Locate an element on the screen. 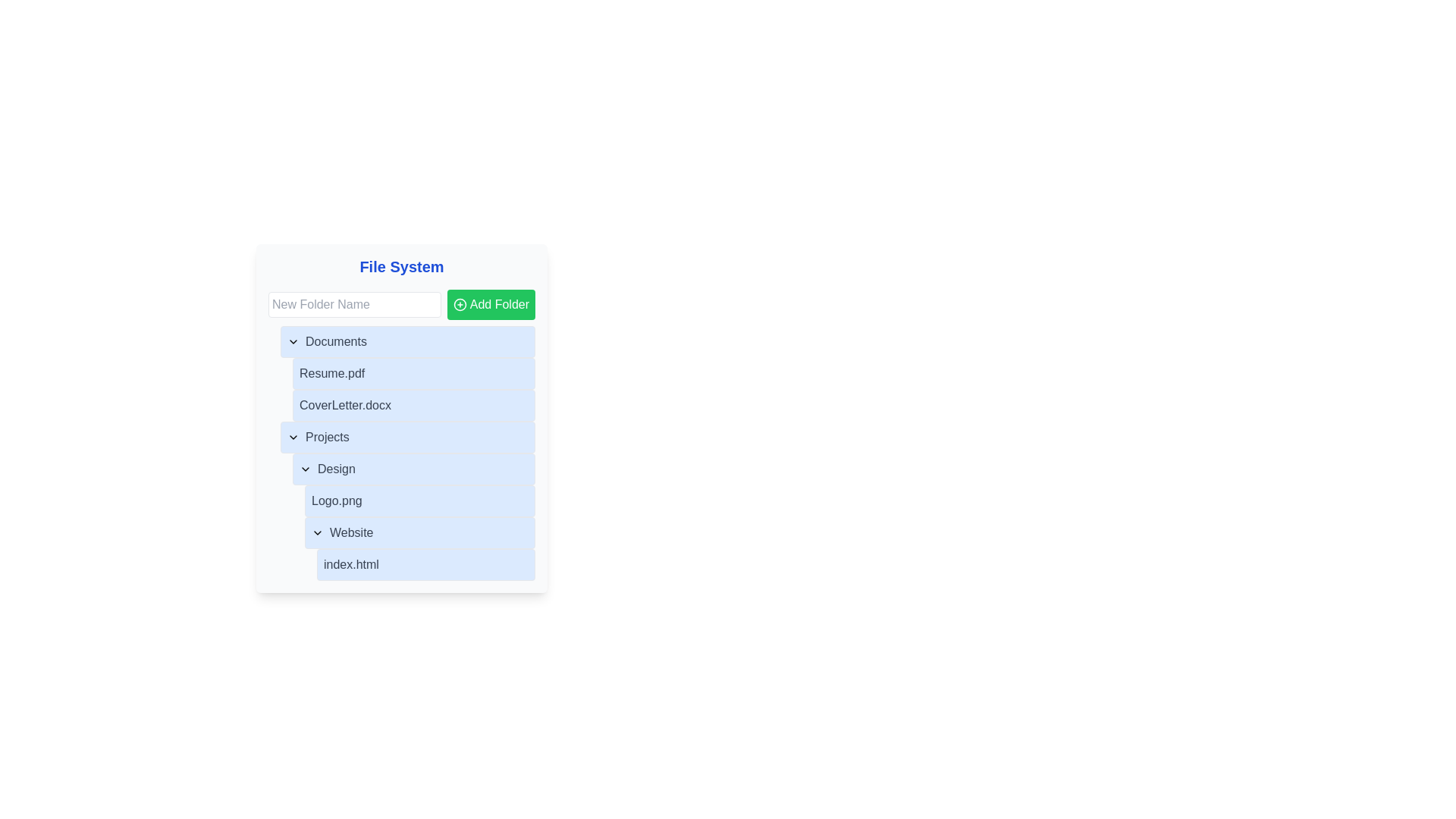 Image resolution: width=1456 pixels, height=819 pixels. the 'Website' text label within the folder view is located at coordinates (350, 532).